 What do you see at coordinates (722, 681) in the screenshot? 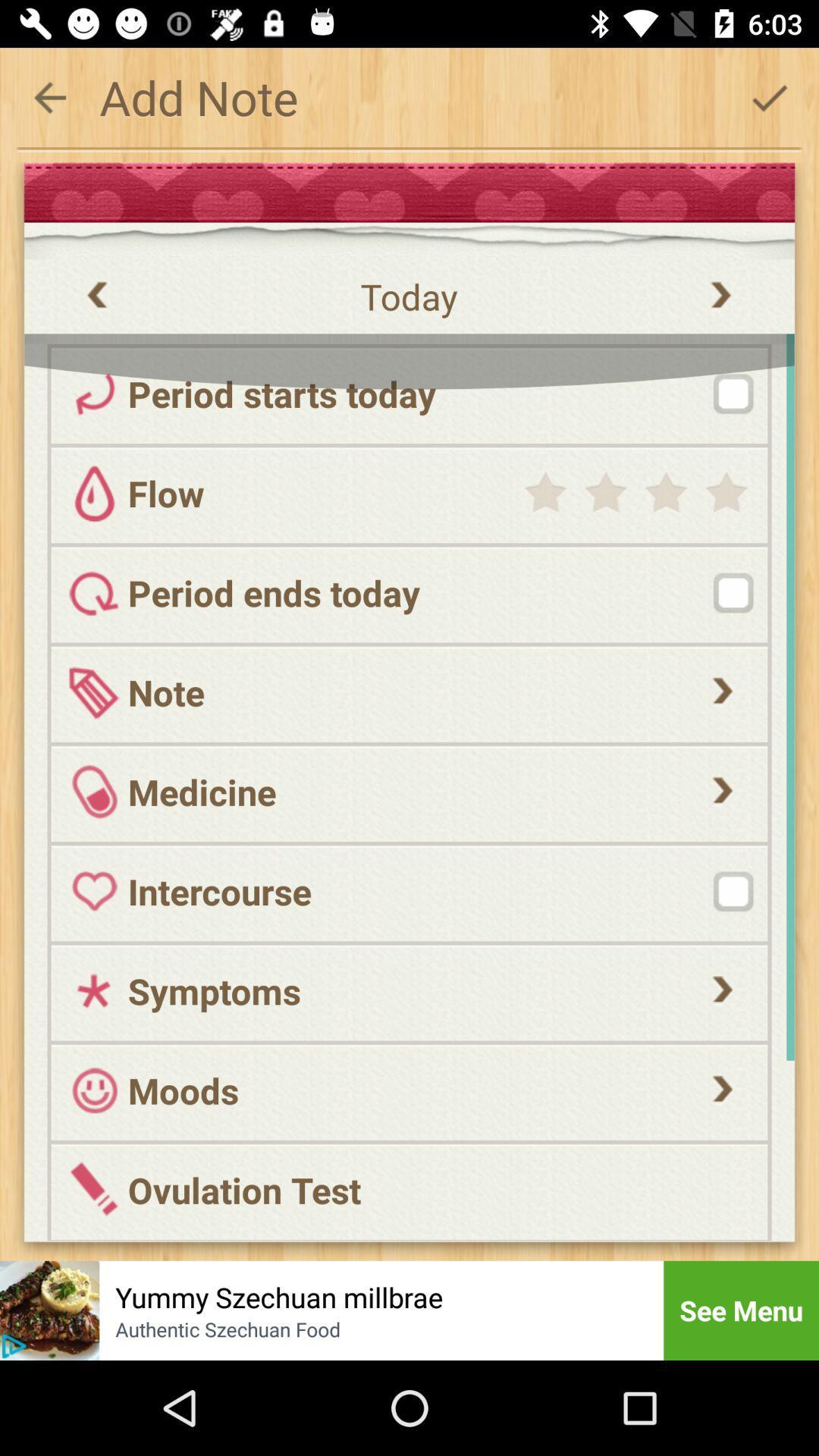
I see `the arrow_forward icon` at bounding box center [722, 681].